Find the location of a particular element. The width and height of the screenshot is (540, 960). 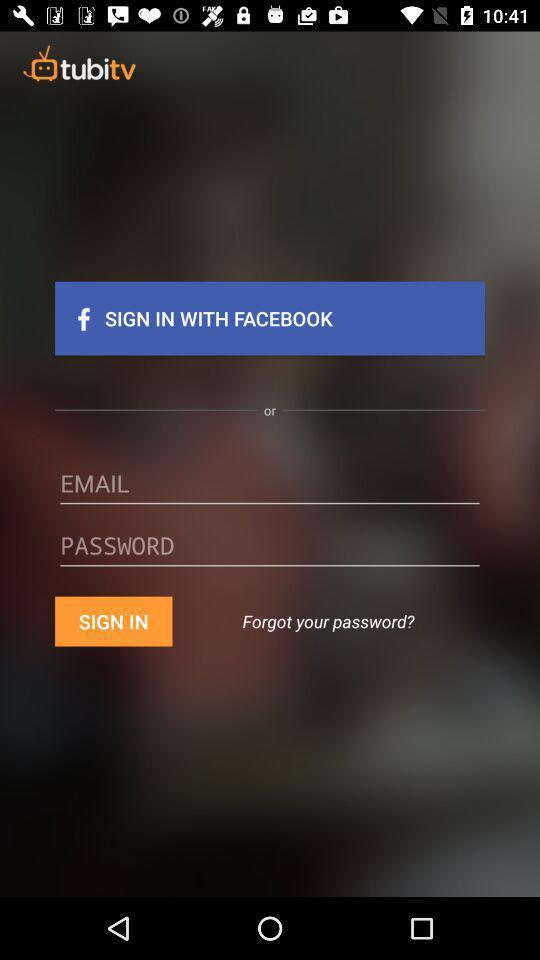

password is located at coordinates (270, 552).